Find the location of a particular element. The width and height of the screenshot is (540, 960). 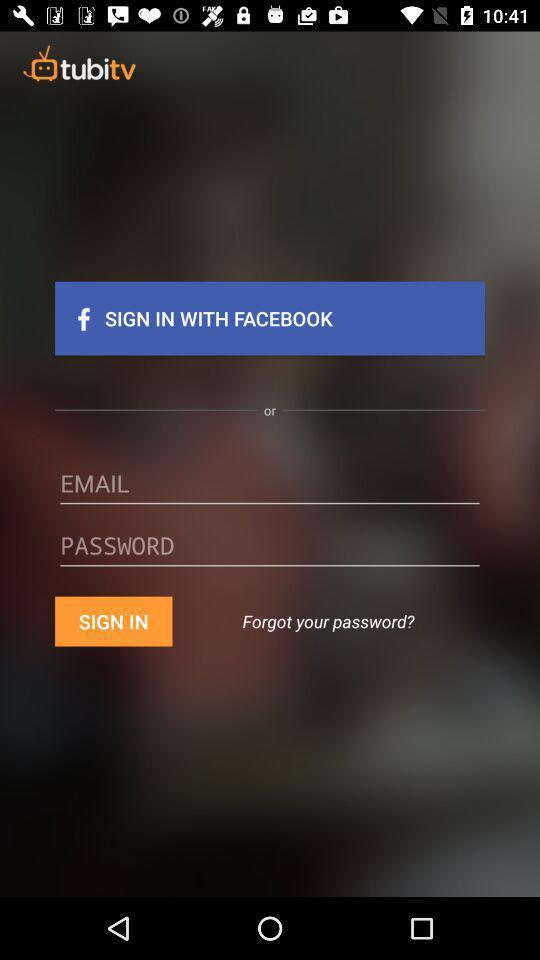

password is located at coordinates (270, 552).